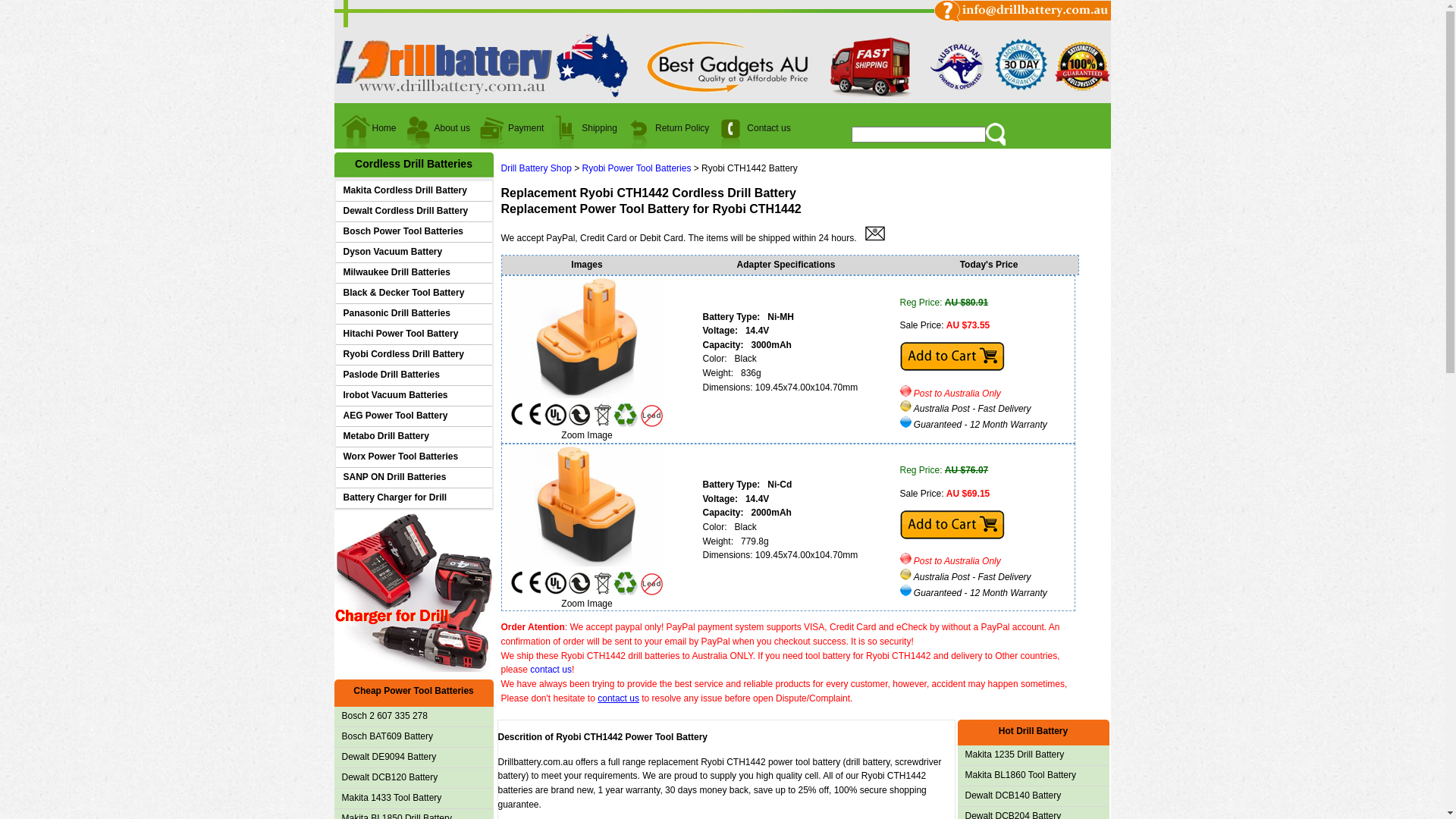  Describe the element at coordinates (334, 271) in the screenshot. I see `'Milwaukee Drill Batteries'` at that location.